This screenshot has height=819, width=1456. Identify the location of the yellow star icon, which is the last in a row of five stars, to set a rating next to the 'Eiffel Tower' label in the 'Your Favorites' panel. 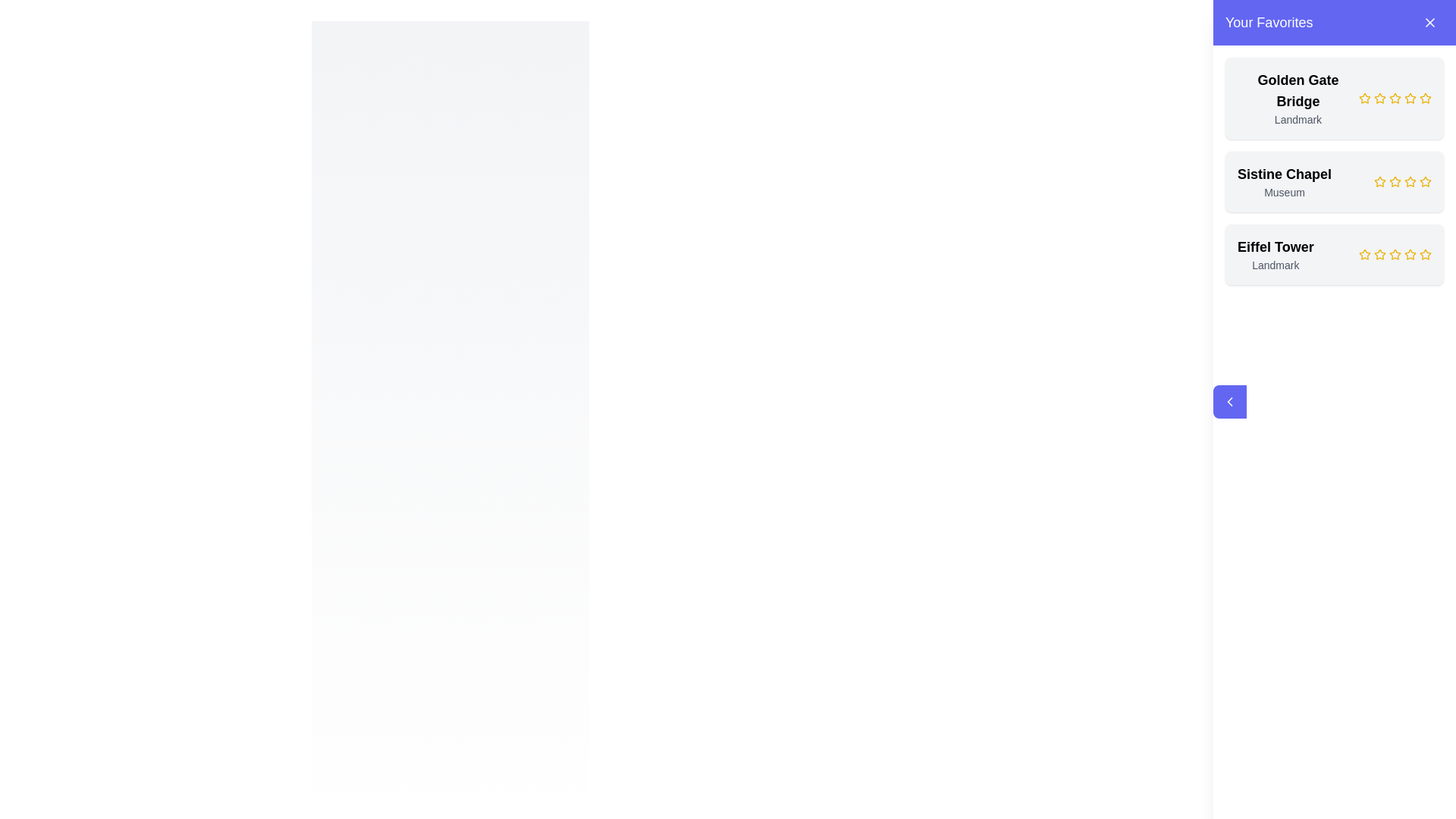
(1425, 253).